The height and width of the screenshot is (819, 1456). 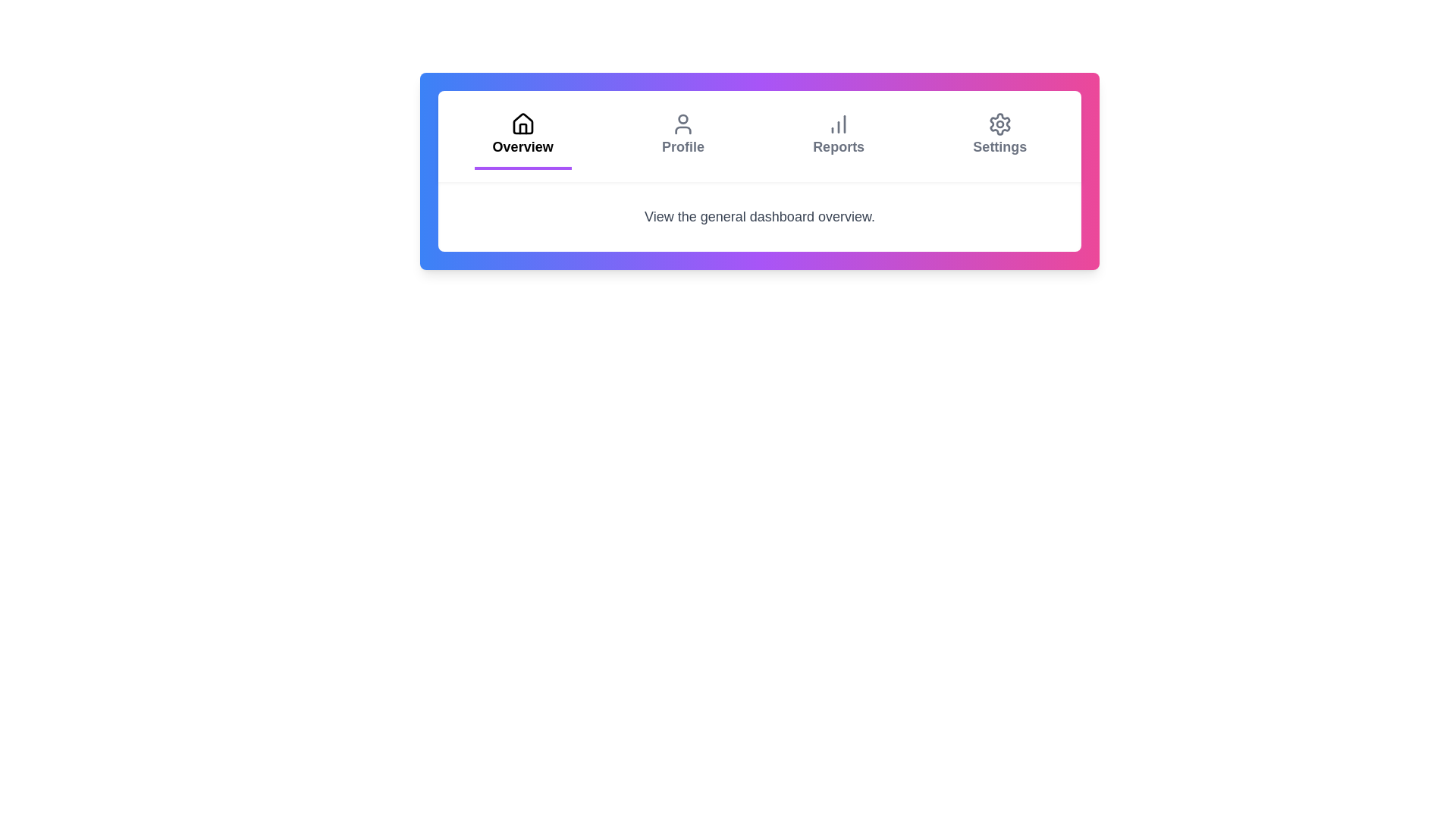 What do you see at coordinates (838, 124) in the screenshot?
I see `the column chart icon, which is part of the 'Reports' button in the top navigation bar` at bounding box center [838, 124].